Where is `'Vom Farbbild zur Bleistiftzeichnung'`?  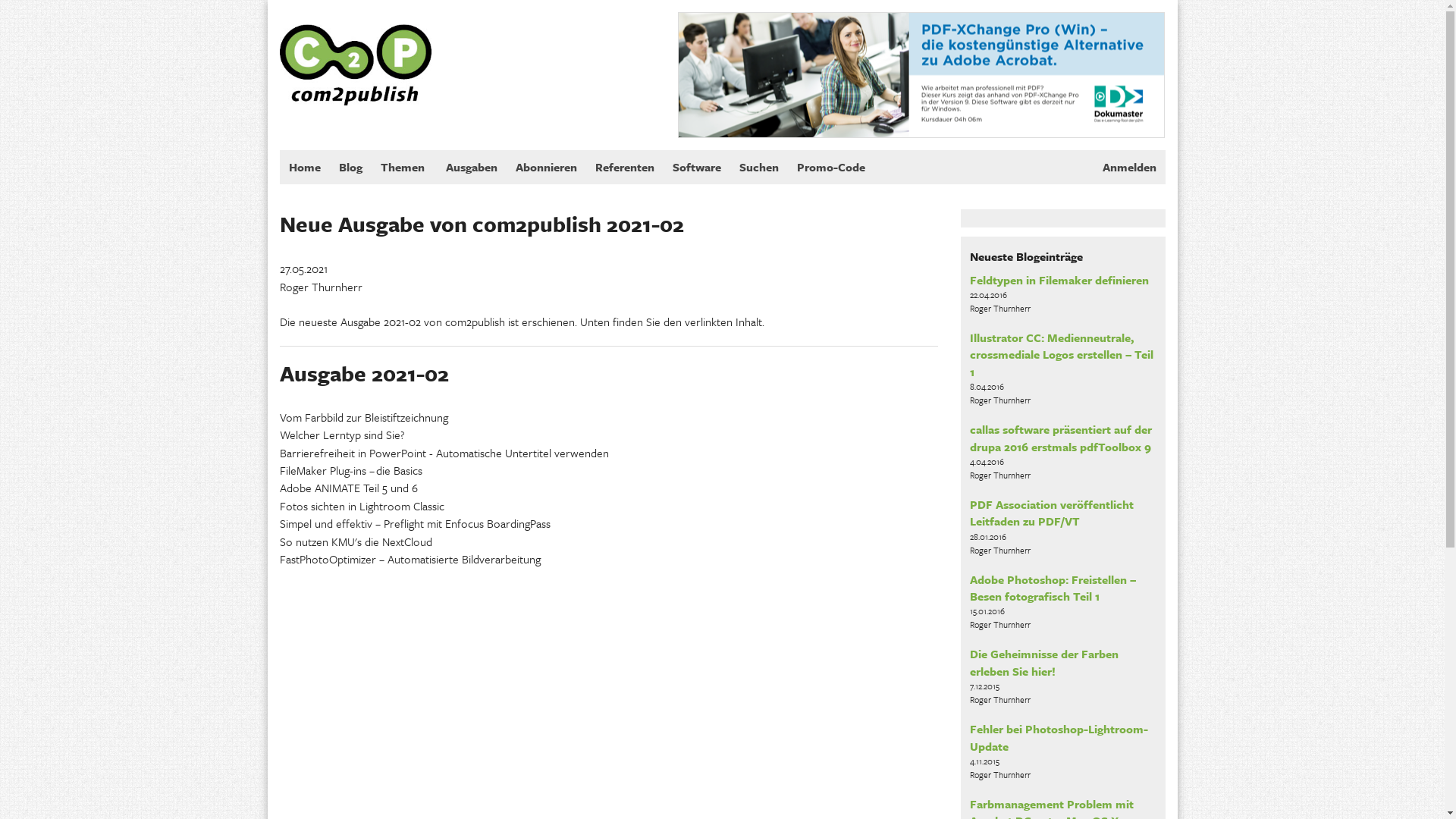 'Vom Farbbild zur Bleistiftzeichnung' is located at coordinates (362, 417).